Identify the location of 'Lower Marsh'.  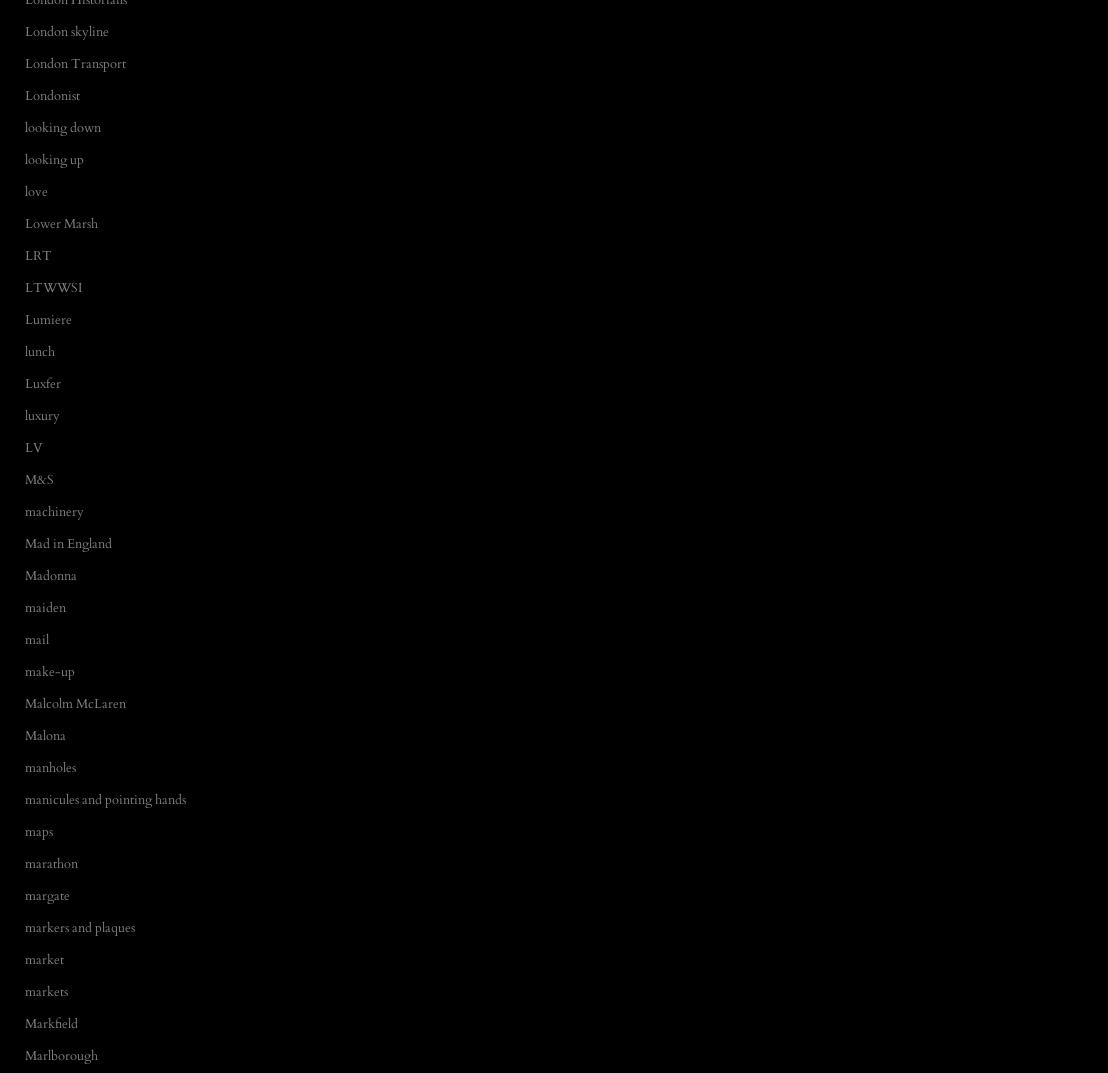
(25, 222).